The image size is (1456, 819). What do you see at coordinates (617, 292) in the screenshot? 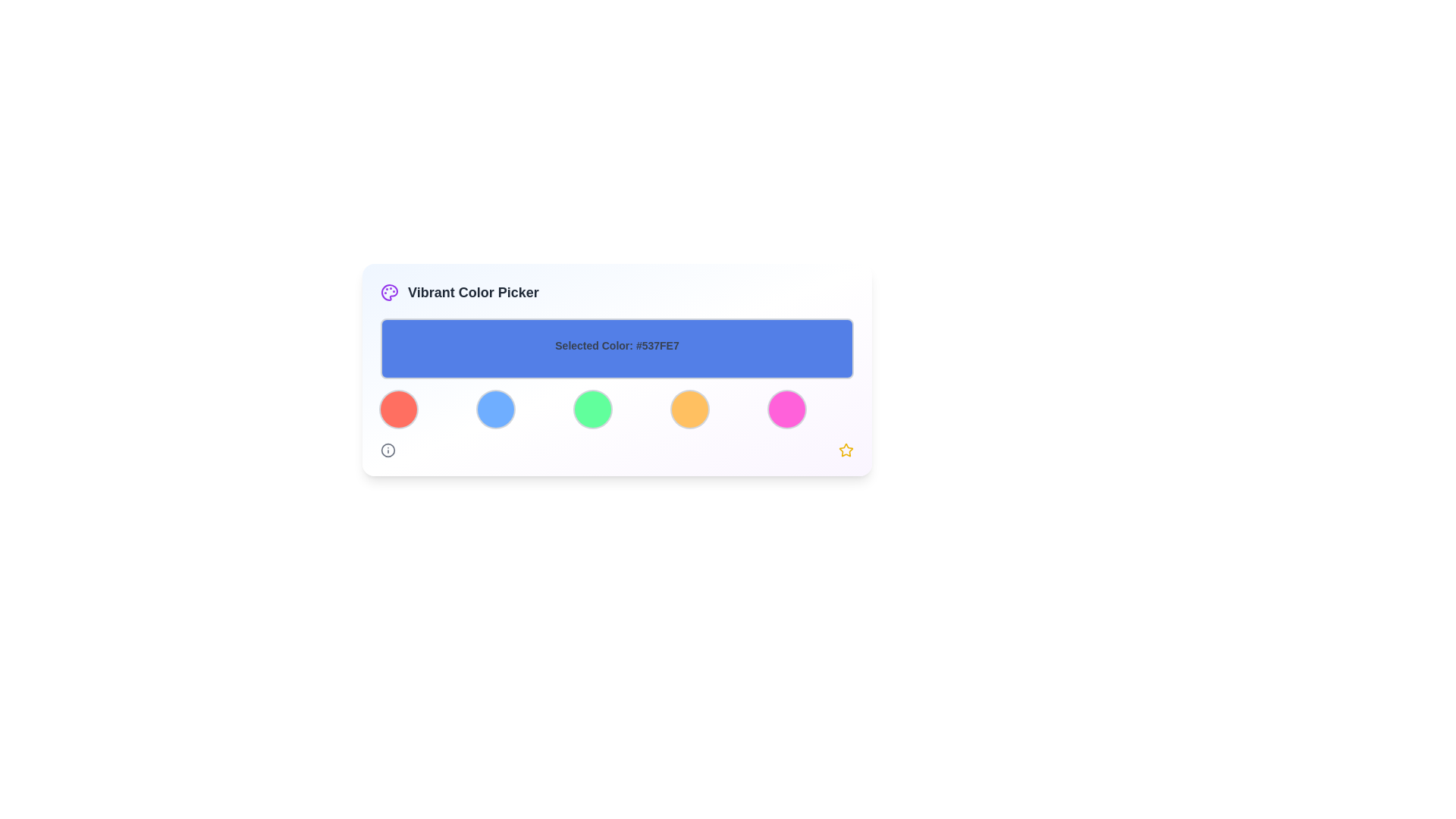
I see `the Header Section element containing the purple circular icon of a palette and the label 'Vibrant Color Picker' by moving the cursor to its center` at bounding box center [617, 292].